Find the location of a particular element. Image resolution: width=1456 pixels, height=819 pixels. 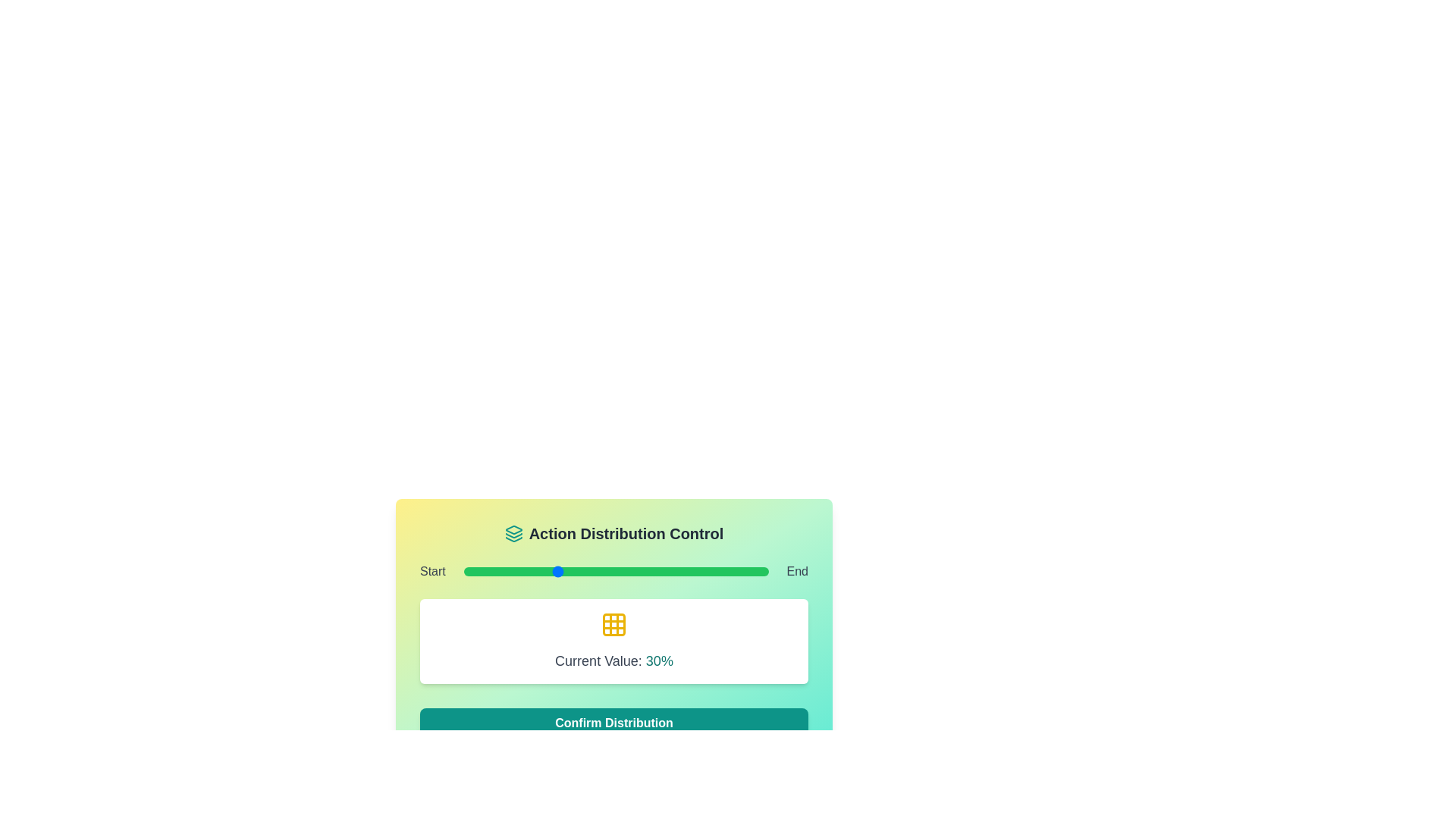

the 'Confirm Distribution' button is located at coordinates (614, 722).